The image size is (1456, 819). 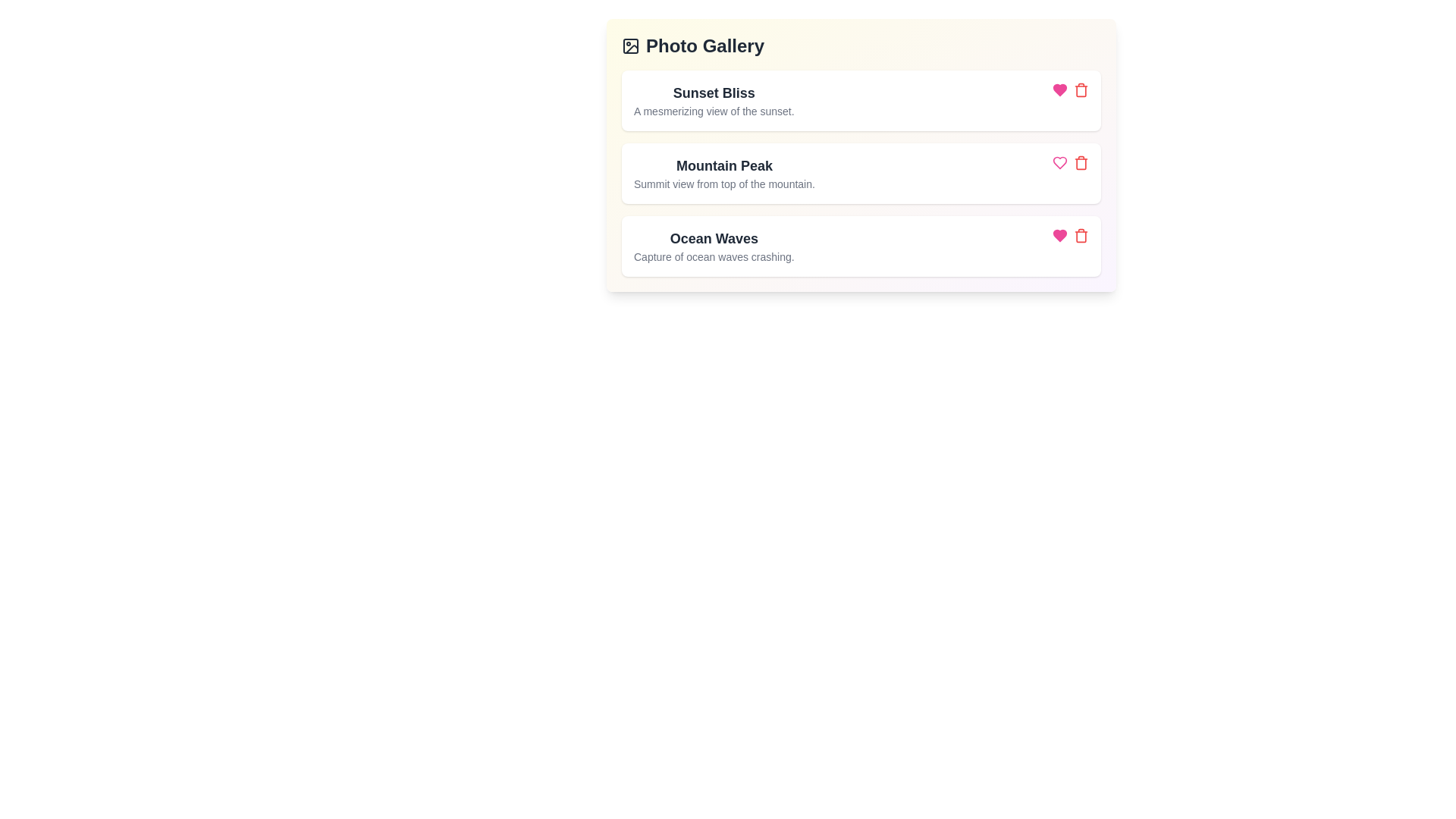 I want to click on the delete button corresponding to the photo titled Ocean Waves, so click(x=1080, y=236).